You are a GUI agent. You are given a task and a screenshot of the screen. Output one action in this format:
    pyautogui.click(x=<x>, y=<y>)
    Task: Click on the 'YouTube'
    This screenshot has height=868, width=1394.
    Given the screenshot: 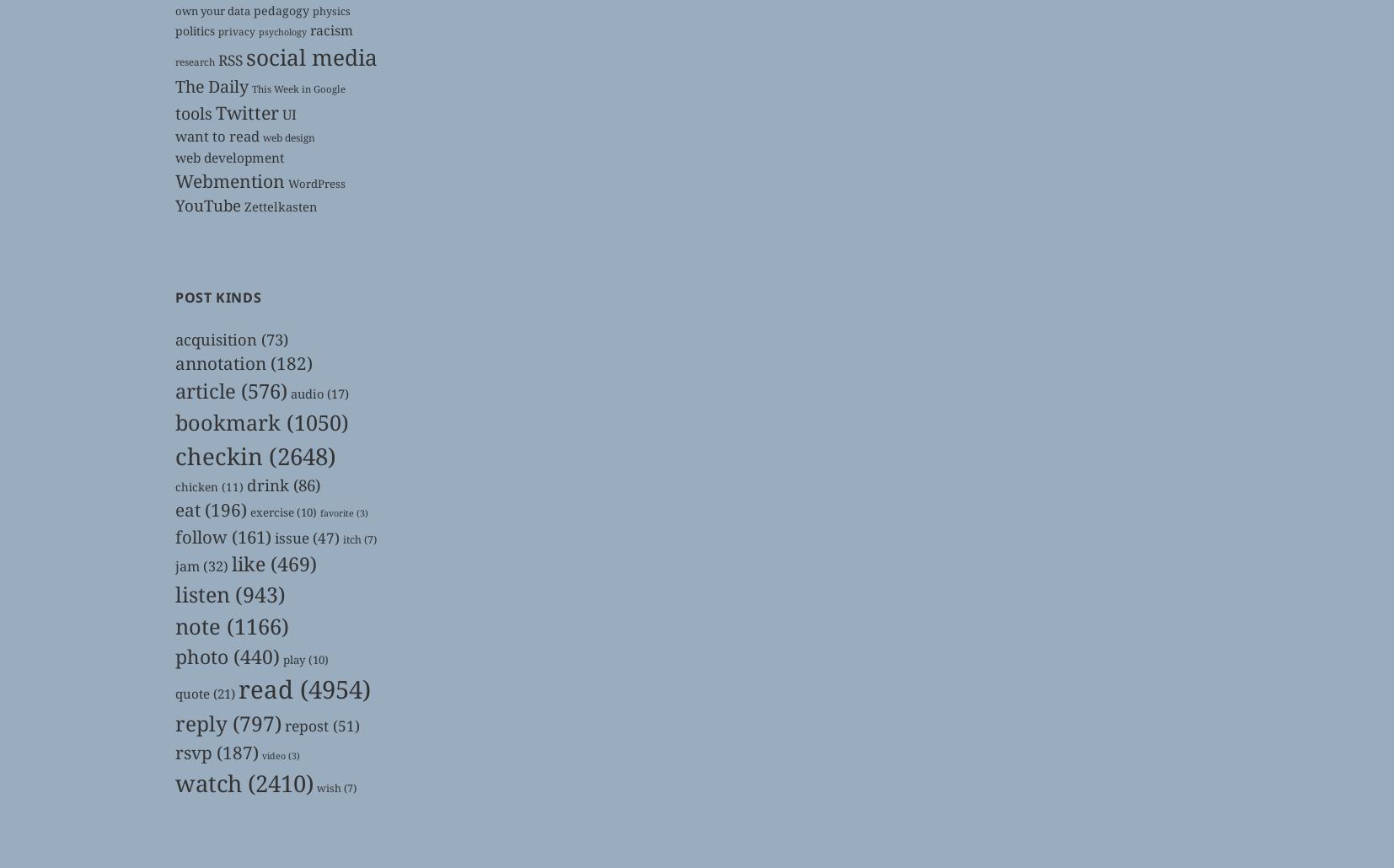 What is the action you would take?
    pyautogui.click(x=206, y=205)
    